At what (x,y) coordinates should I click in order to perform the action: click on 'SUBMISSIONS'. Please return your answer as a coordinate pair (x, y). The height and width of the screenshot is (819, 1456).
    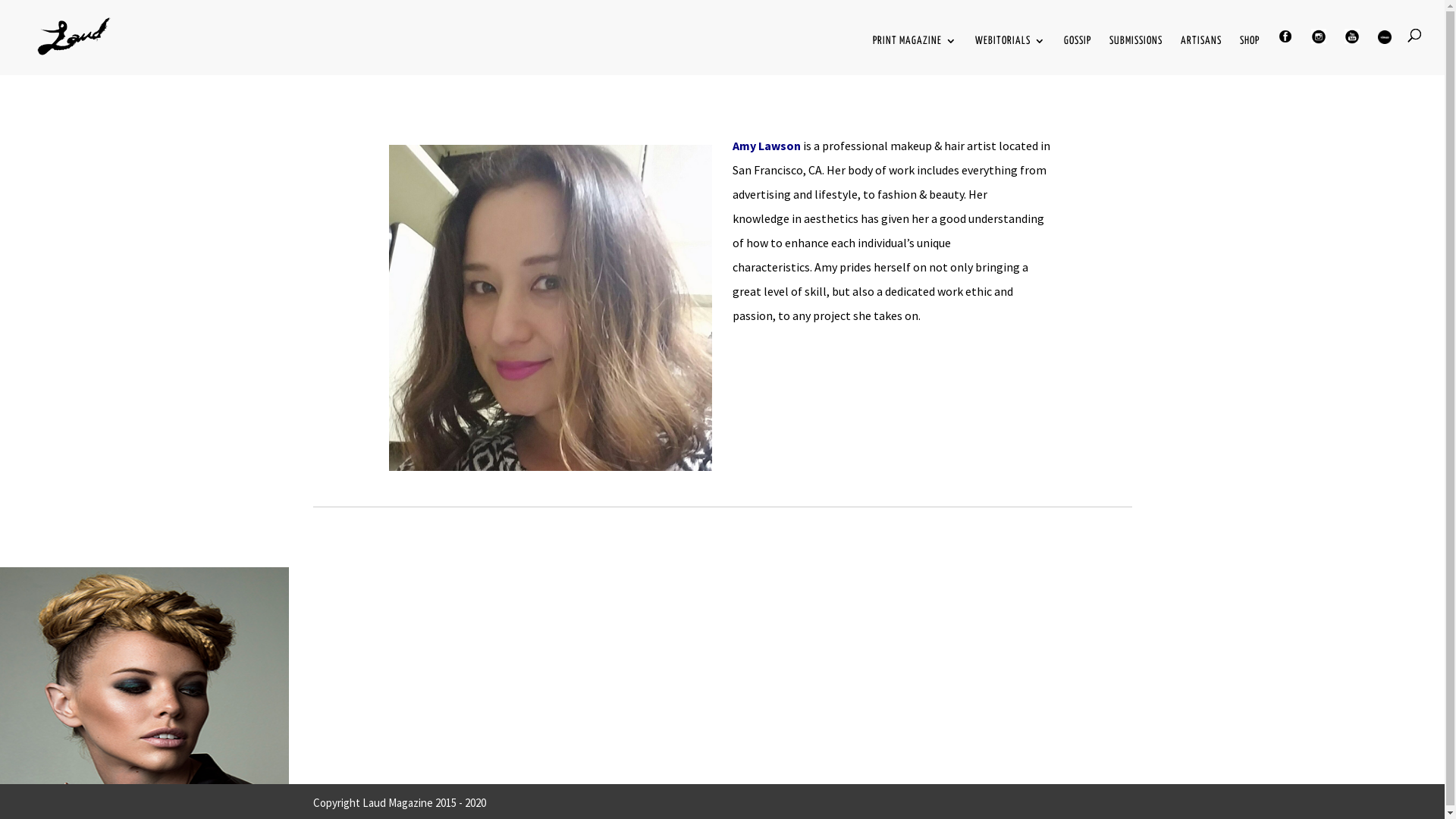
    Looking at the image, I should click on (1135, 55).